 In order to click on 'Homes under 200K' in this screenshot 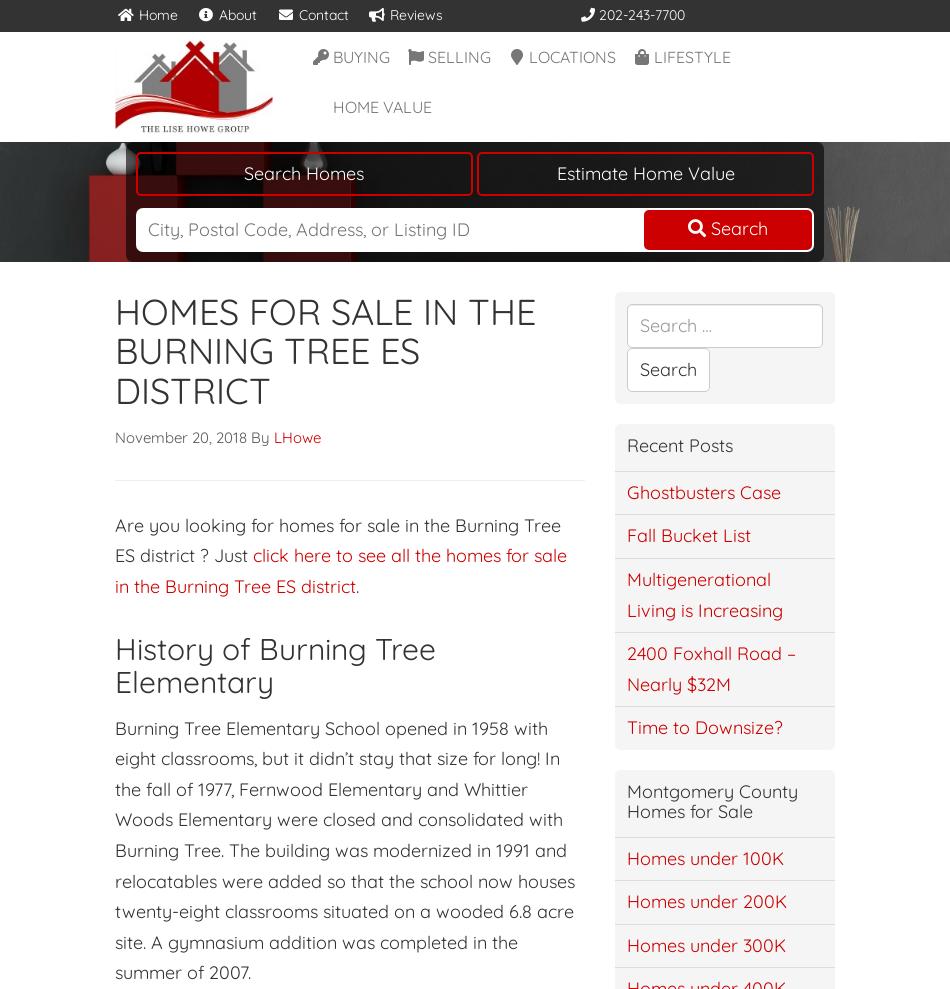, I will do `click(706, 900)`.